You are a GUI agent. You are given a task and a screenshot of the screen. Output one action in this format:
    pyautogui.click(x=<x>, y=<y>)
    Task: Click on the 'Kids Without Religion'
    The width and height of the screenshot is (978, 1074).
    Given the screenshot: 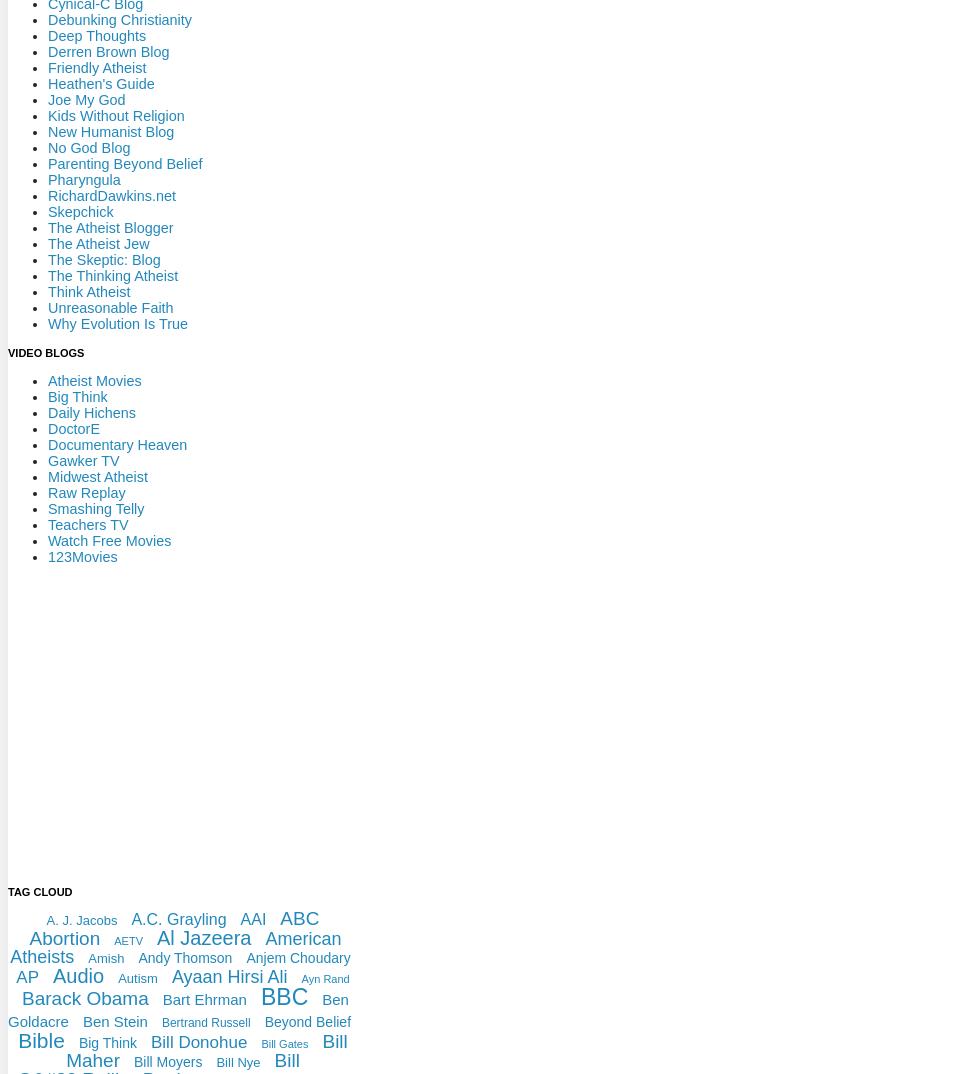 What is the action you would take?
    pyautogui.click(x=115, y=114)
    